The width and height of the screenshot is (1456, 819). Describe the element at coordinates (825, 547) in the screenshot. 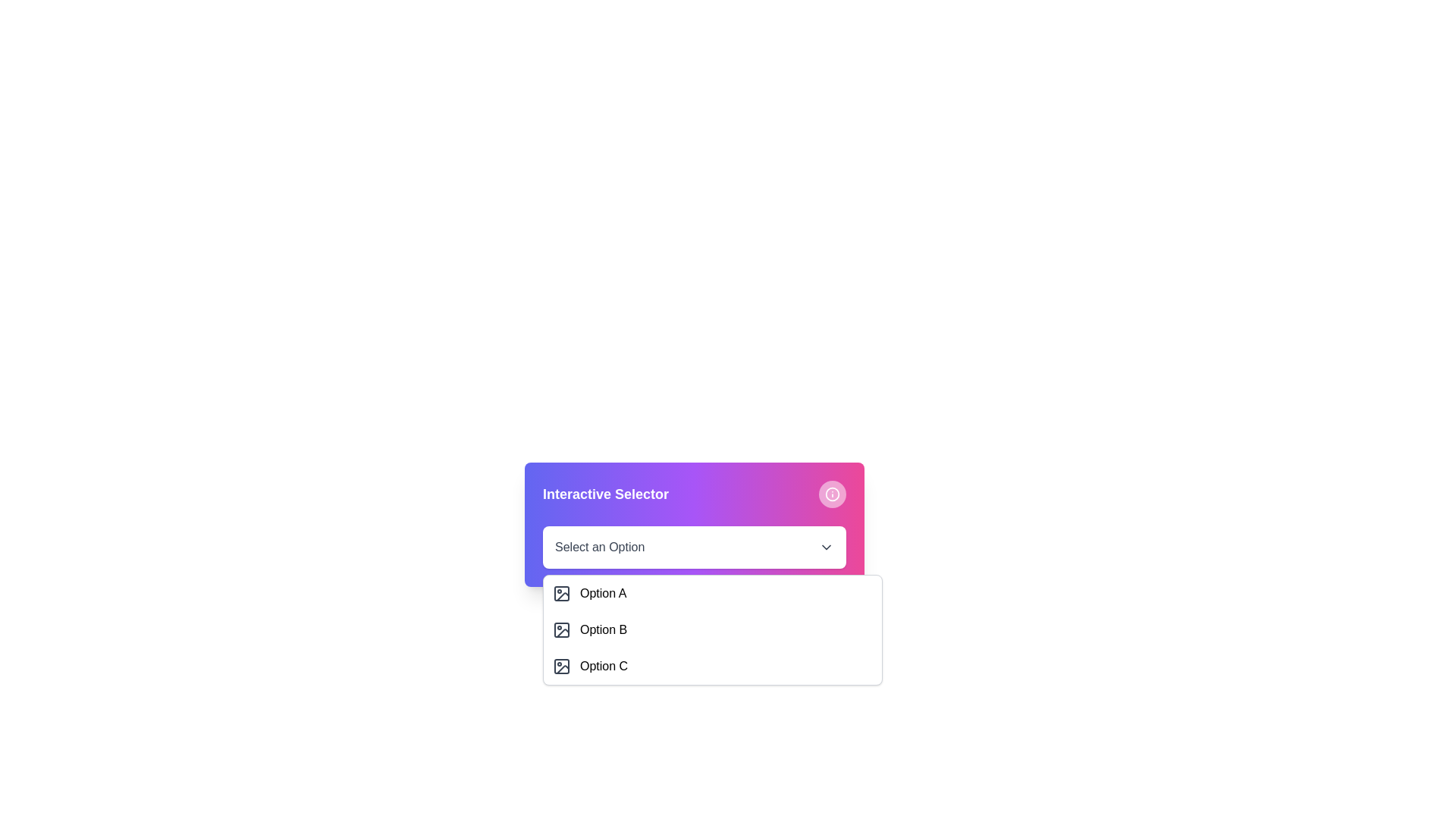

I see `the dropdown menu icon located to the far right of the 'Select an Option' button` at that location.